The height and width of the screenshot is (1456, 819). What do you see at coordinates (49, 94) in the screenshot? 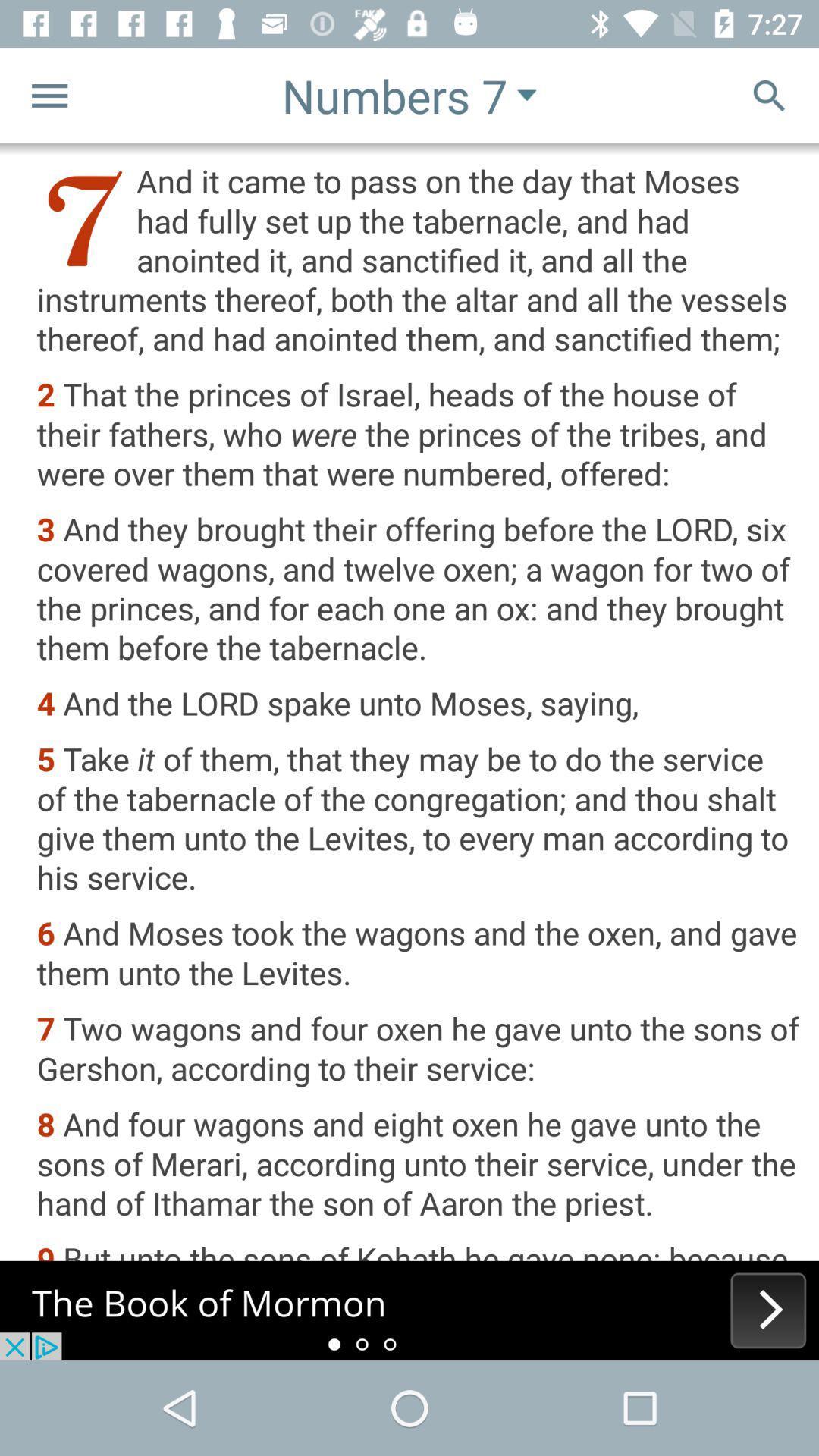
I see `the menu icon` at bounding box center [49, 94].